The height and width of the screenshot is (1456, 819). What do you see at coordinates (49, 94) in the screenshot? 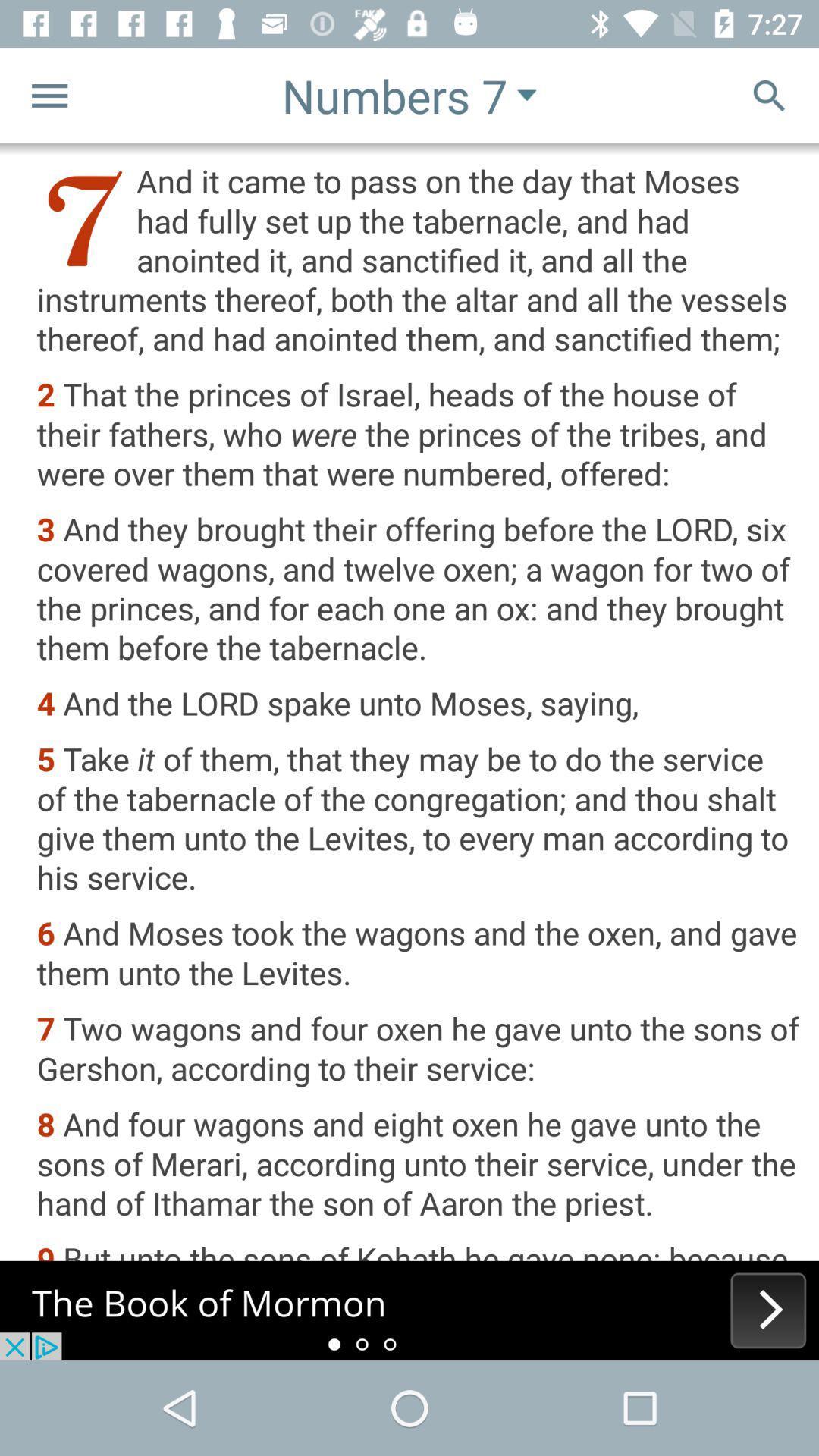
I see `the menu icon` at bounding box center [49, 94].